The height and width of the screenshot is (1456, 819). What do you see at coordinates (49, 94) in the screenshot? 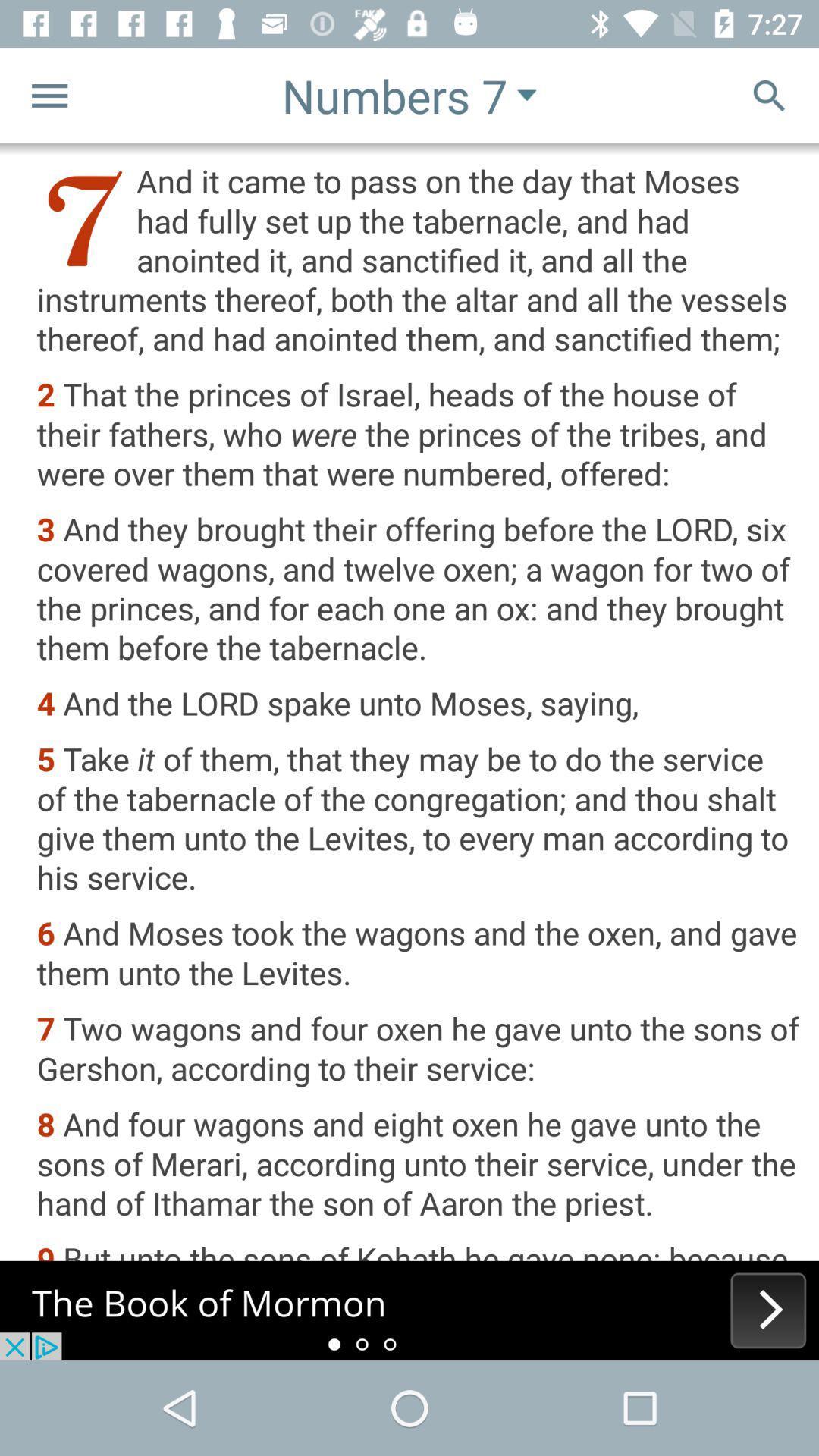
I see `the menu icon` at bounding box center [49, 94].